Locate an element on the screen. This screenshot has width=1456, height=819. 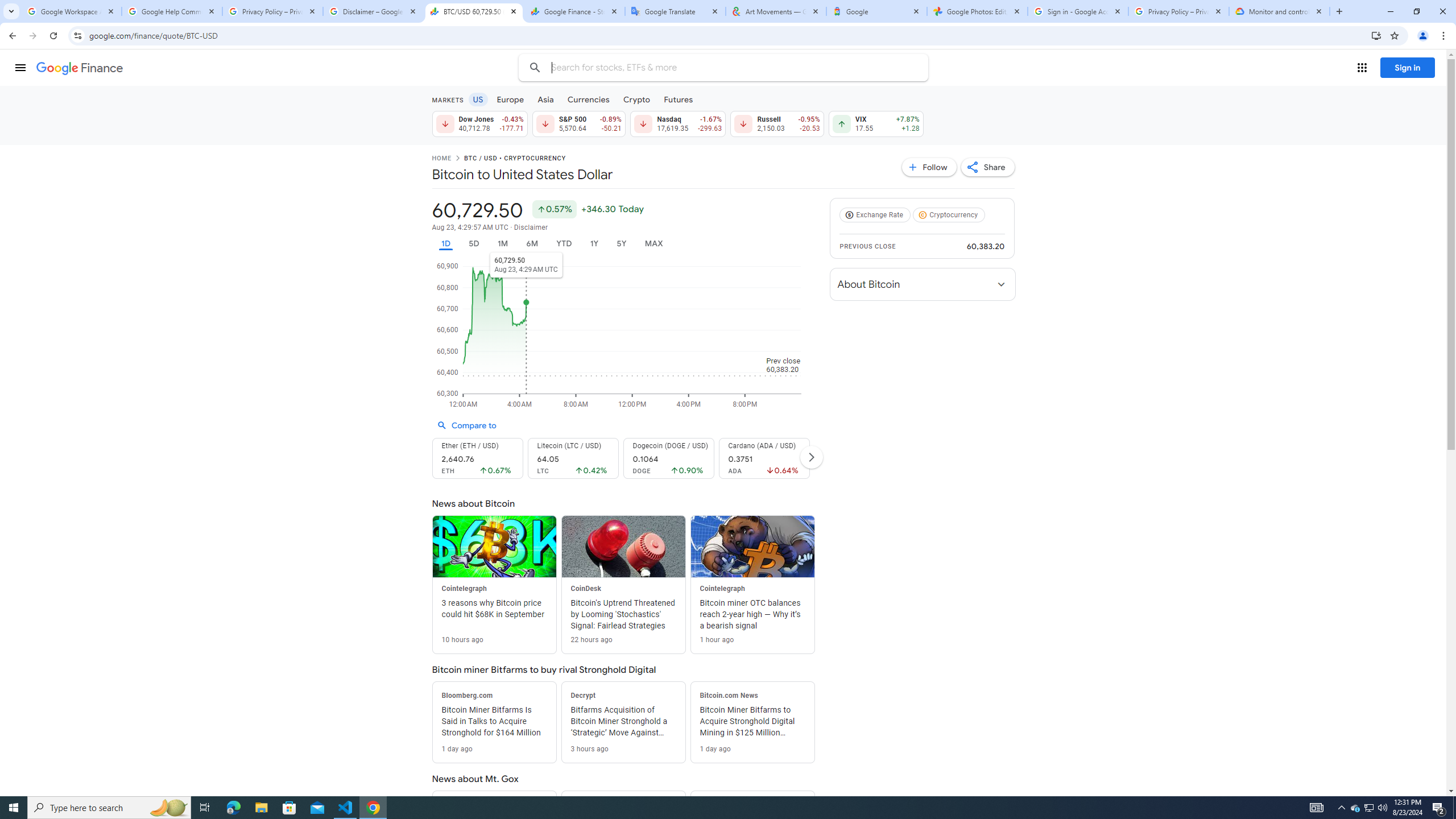
'Finance' is located at coordinates (79, 68).